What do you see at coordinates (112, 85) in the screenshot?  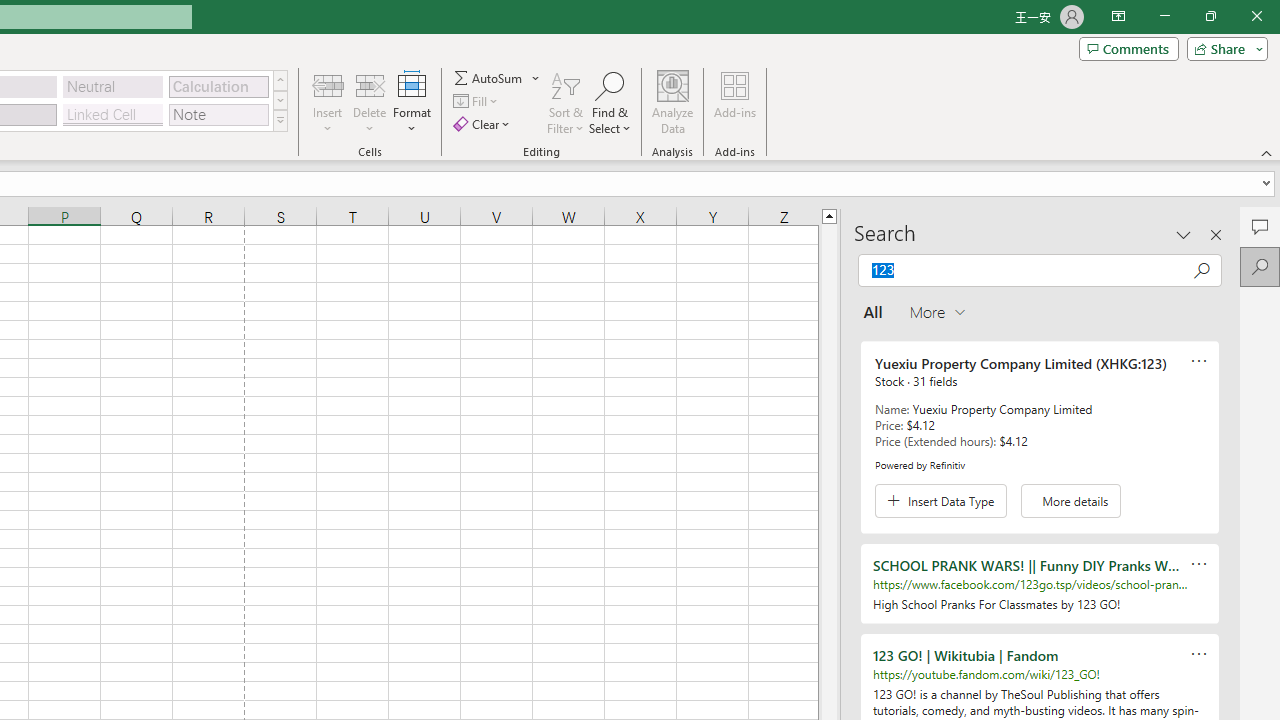 I see `'Neutral'` at bounding box center [112, 85].